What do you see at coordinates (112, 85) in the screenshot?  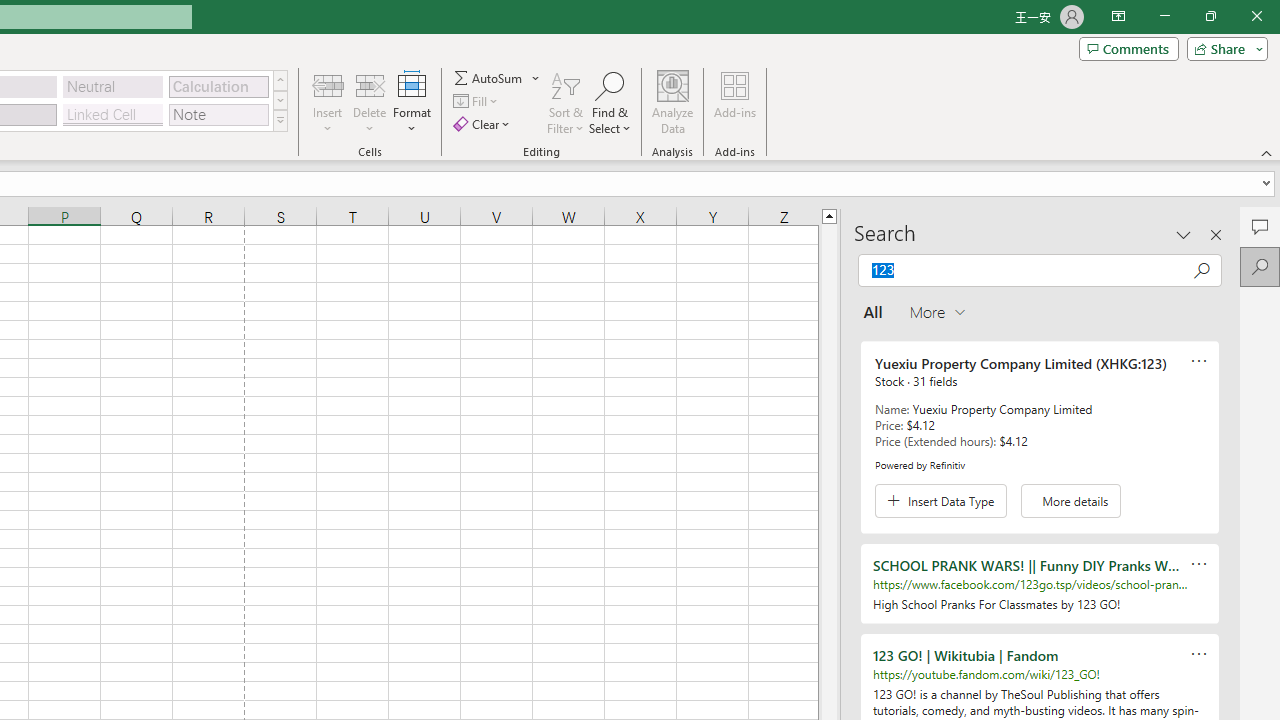 I see `'Neutral'` at bounding box center [112, 85].